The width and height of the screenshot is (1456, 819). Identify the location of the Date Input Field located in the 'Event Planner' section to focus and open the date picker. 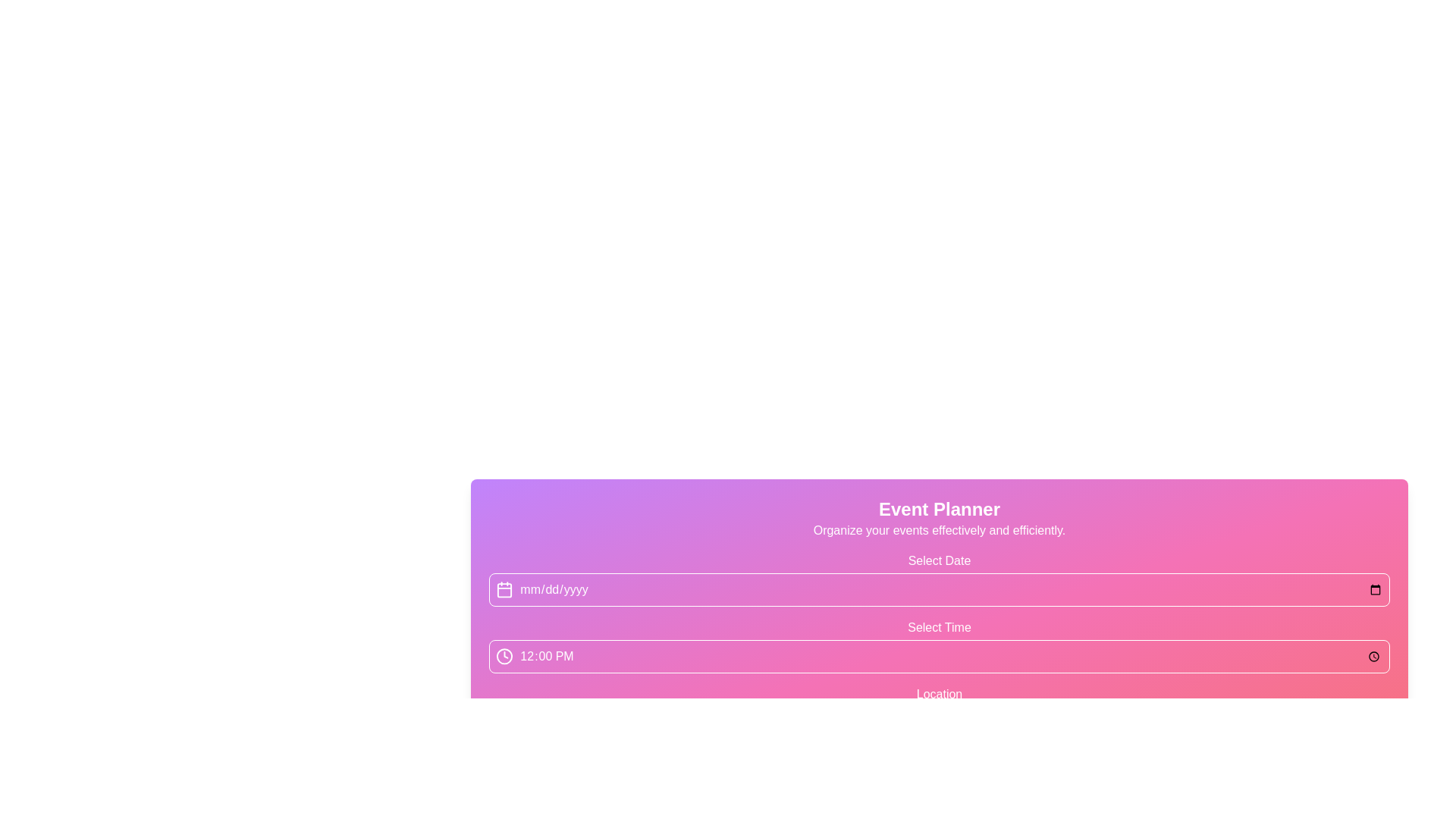
(938, 589).